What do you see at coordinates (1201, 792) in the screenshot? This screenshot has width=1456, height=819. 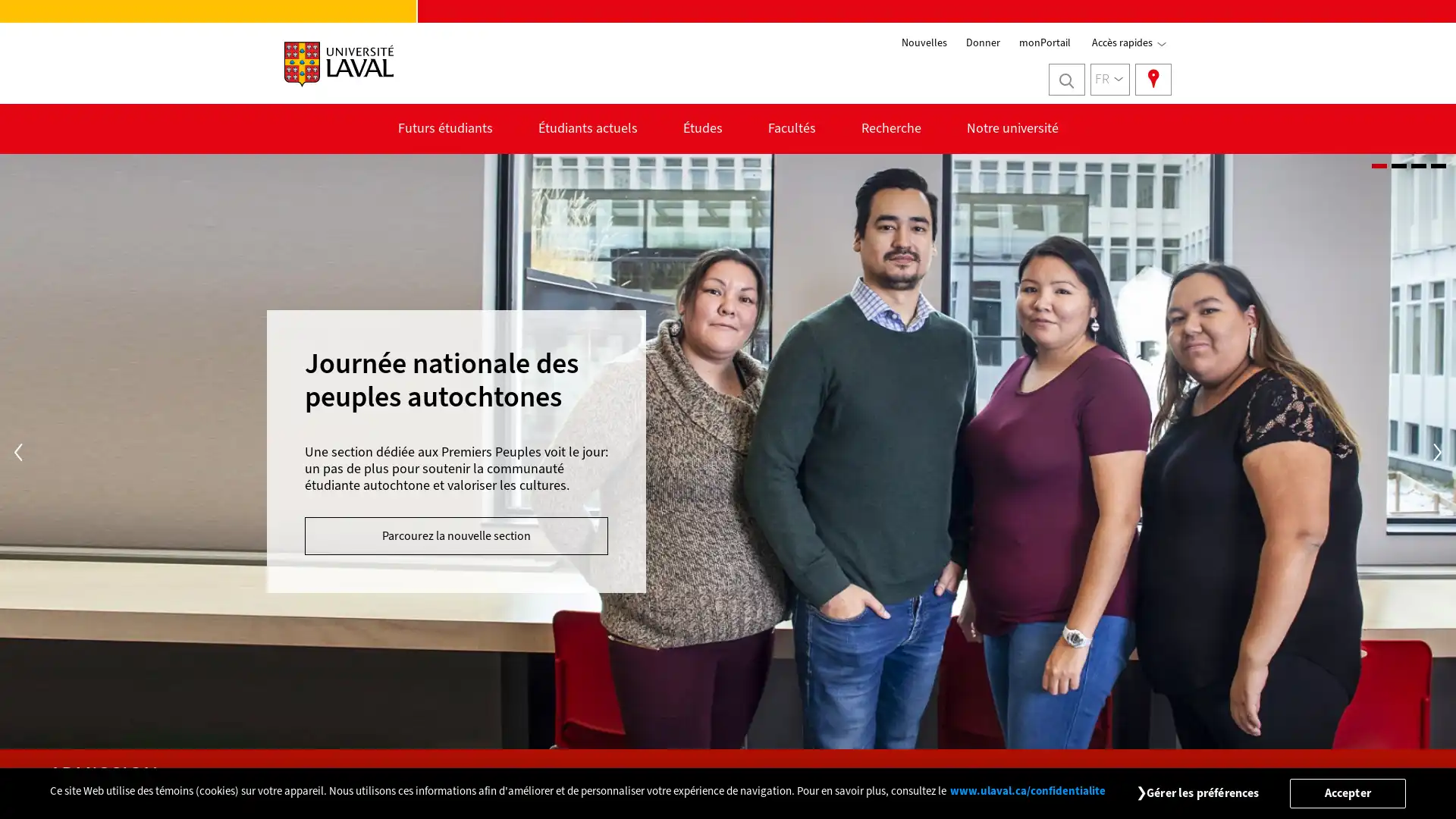 I see `Gerer les preferences` at bounding box center [1201, 792].